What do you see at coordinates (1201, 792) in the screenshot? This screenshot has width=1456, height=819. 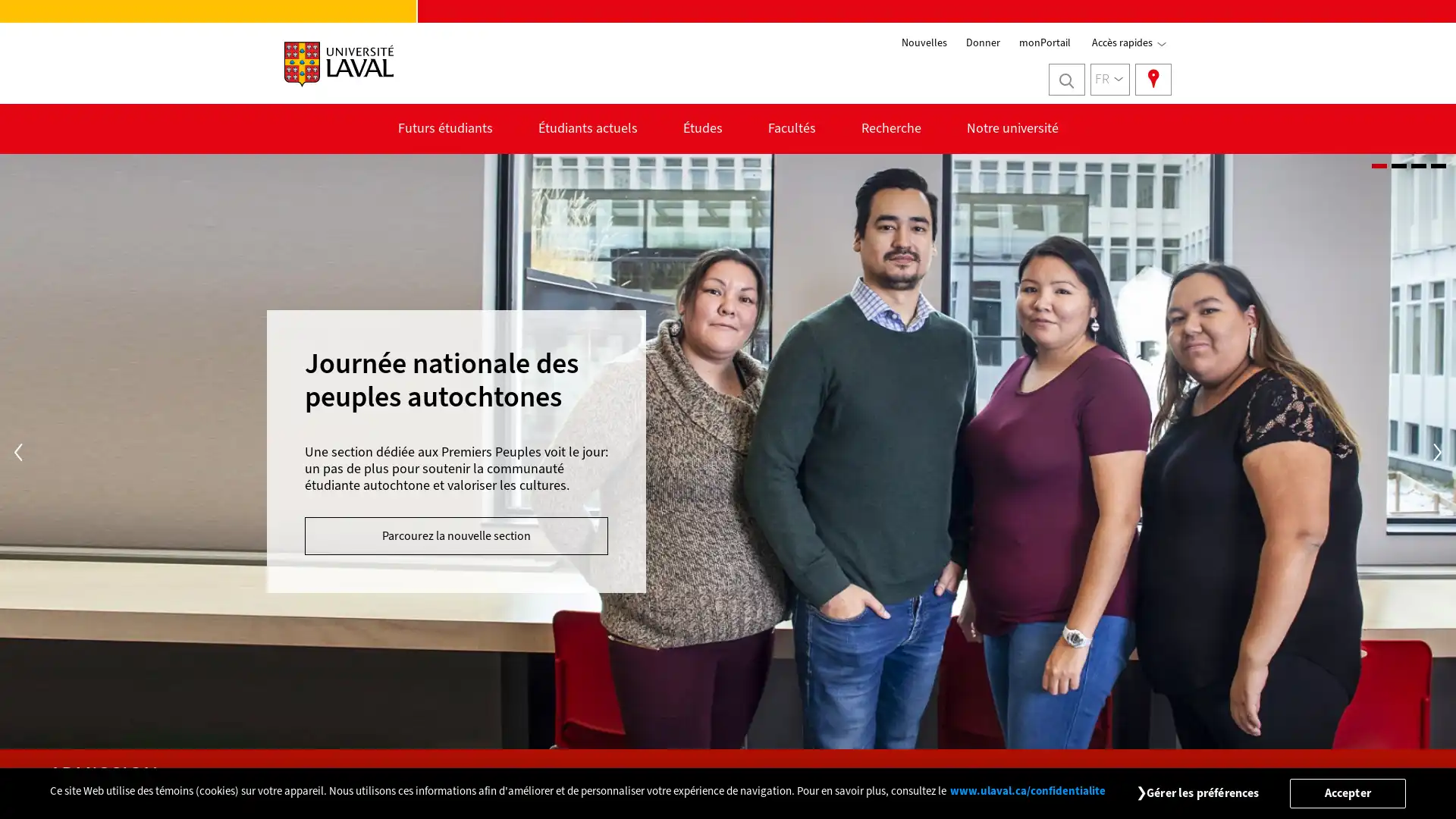 I see `Gerer les preferences` at bounding box center [1201, 792].